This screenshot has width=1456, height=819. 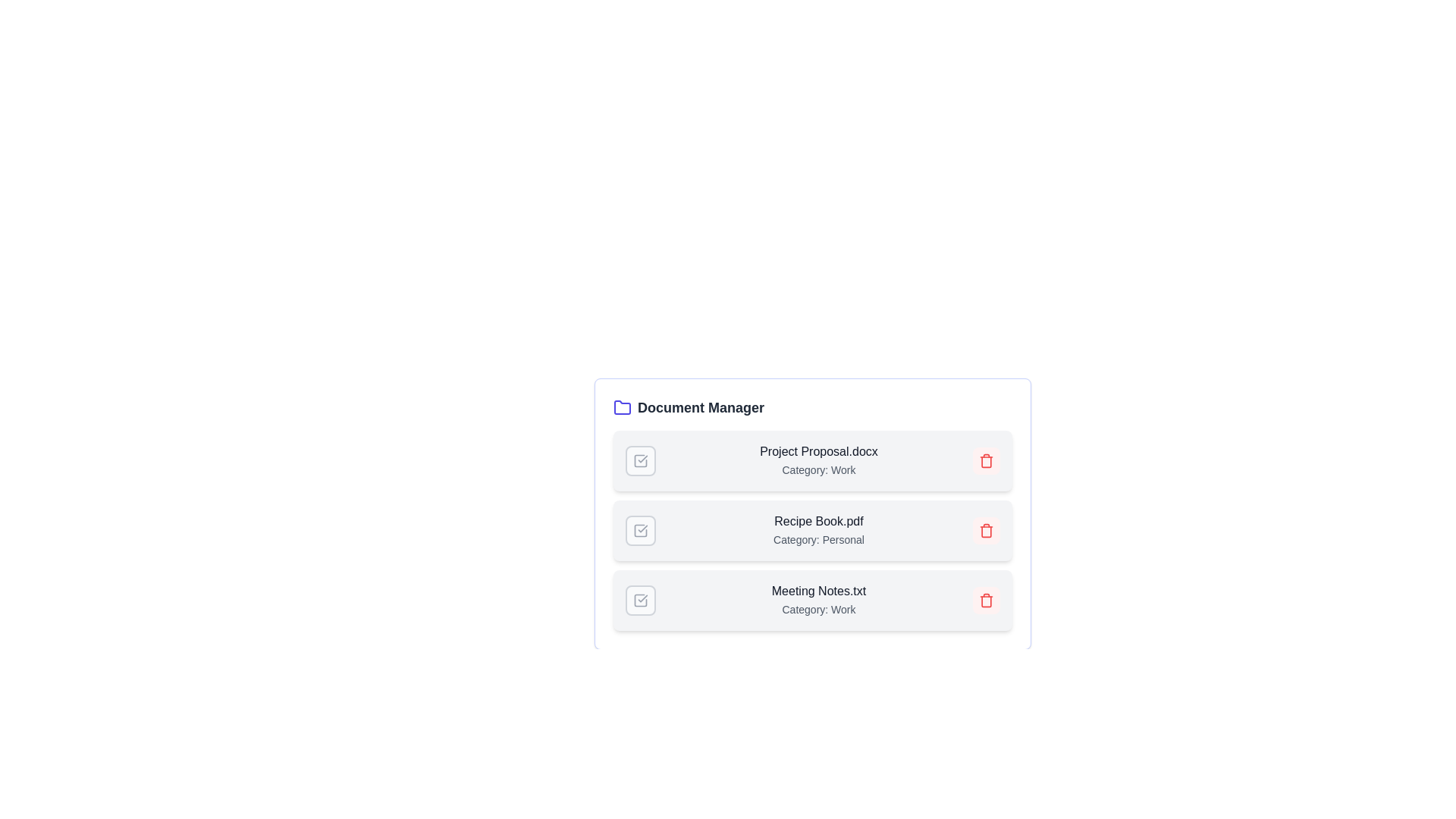 What do you see at coordinates (640, 599) in the screenshot?
I see `the checkbox icon located in the third row of the 'Document Manager' section` at bounding box center [640, 599].